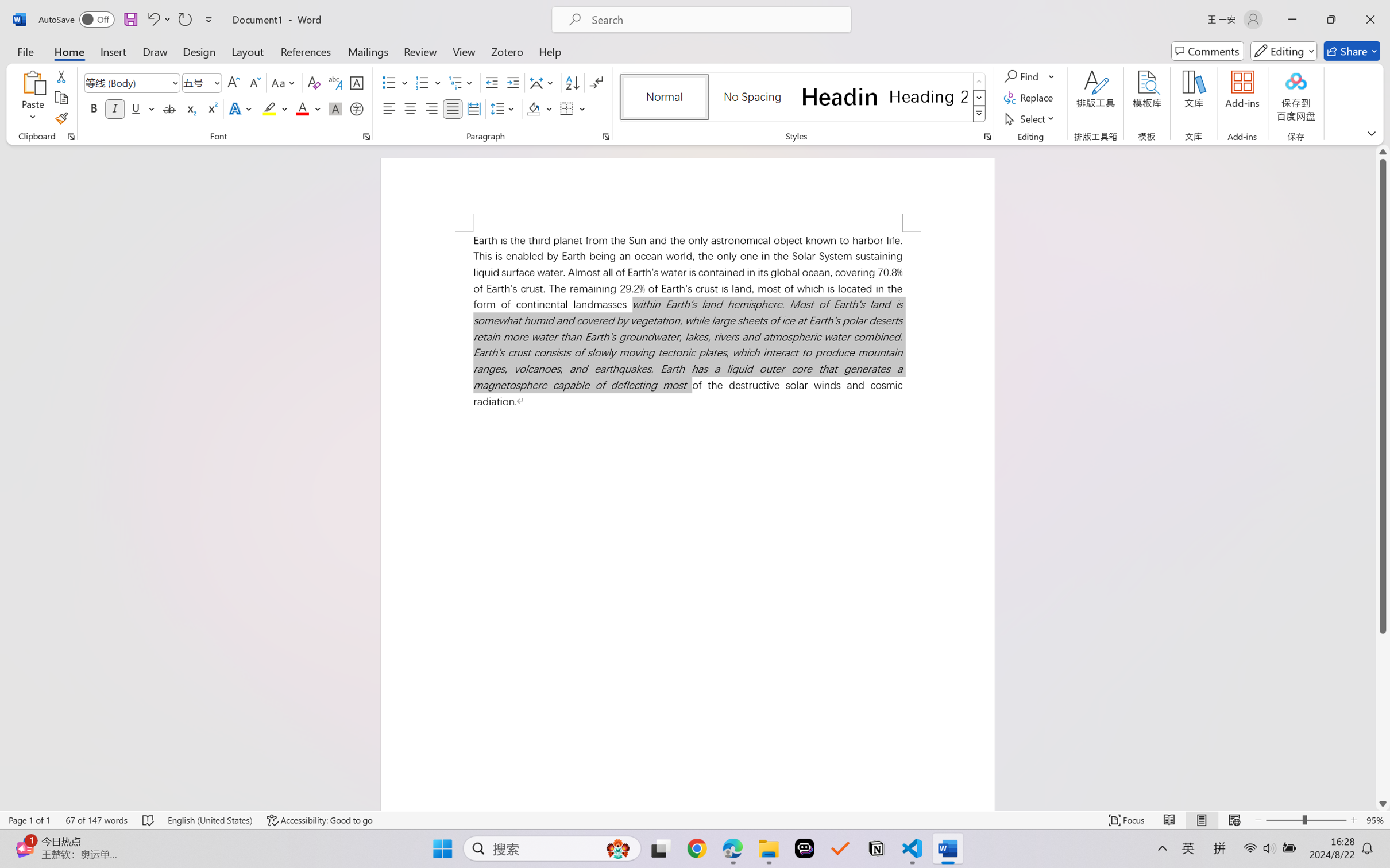  I want to click on 'Zoom 95%', so click(1375, 820).